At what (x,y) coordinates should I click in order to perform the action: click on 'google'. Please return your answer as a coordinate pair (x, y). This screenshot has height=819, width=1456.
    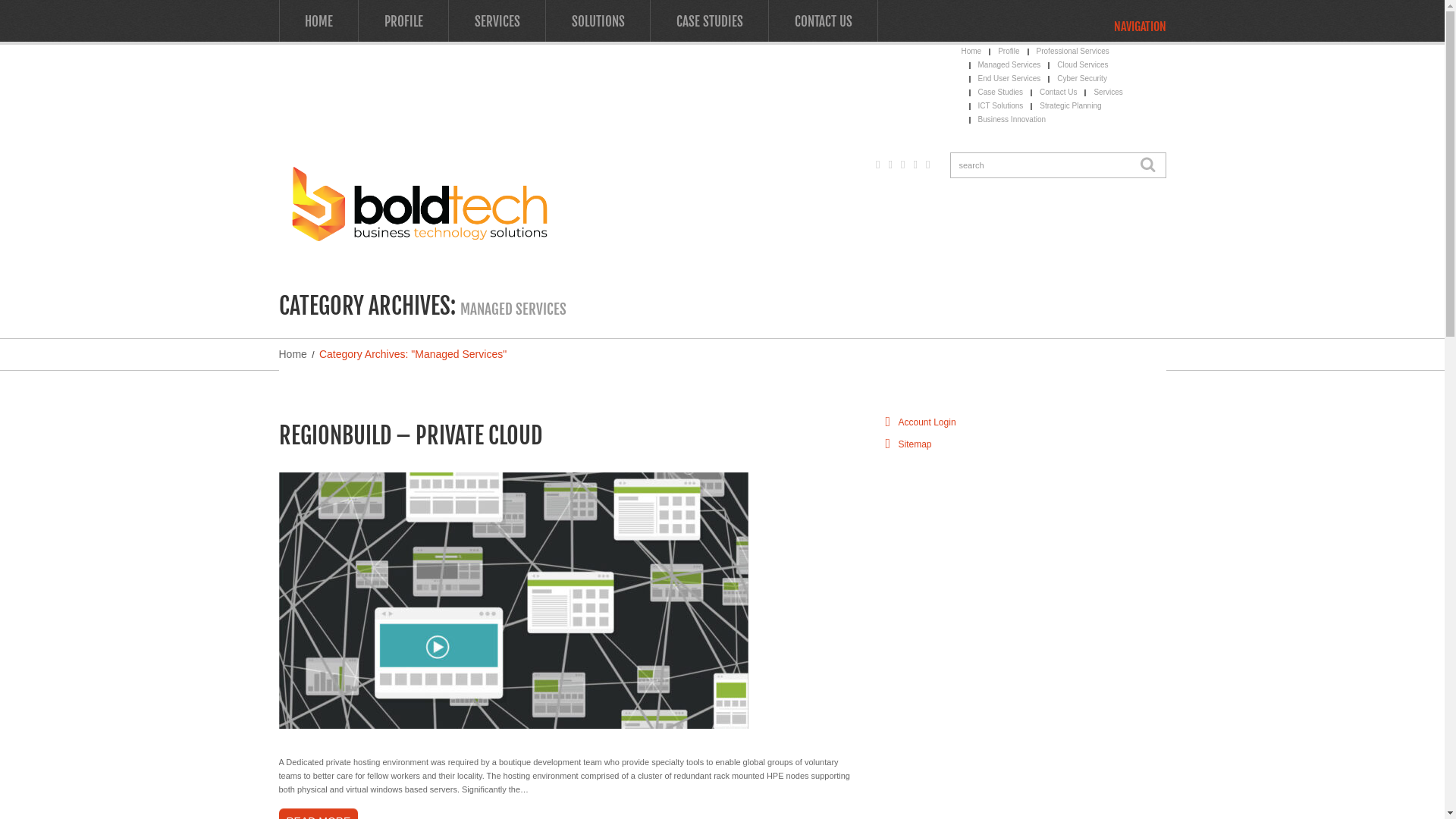
    Looking at the image, I should click on (876, 164).